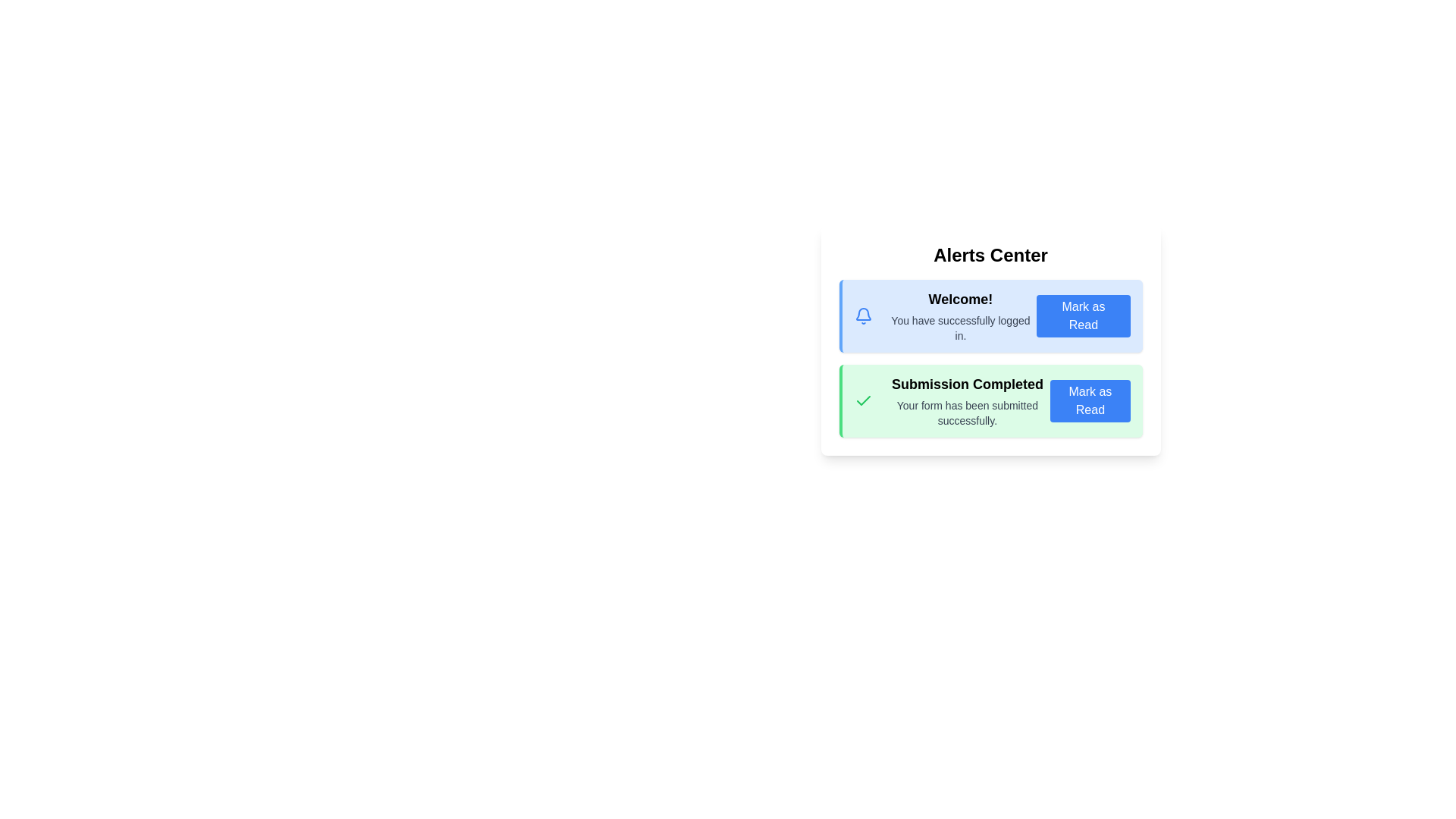 This screenshot has width=1456, height=819. Describe the element at coordinates (863, 400) in the screenshot. I see `the small green checkmark icon located in the top-left corner of the 'Submission Completed' notification card within the Alerts Center` at that location.